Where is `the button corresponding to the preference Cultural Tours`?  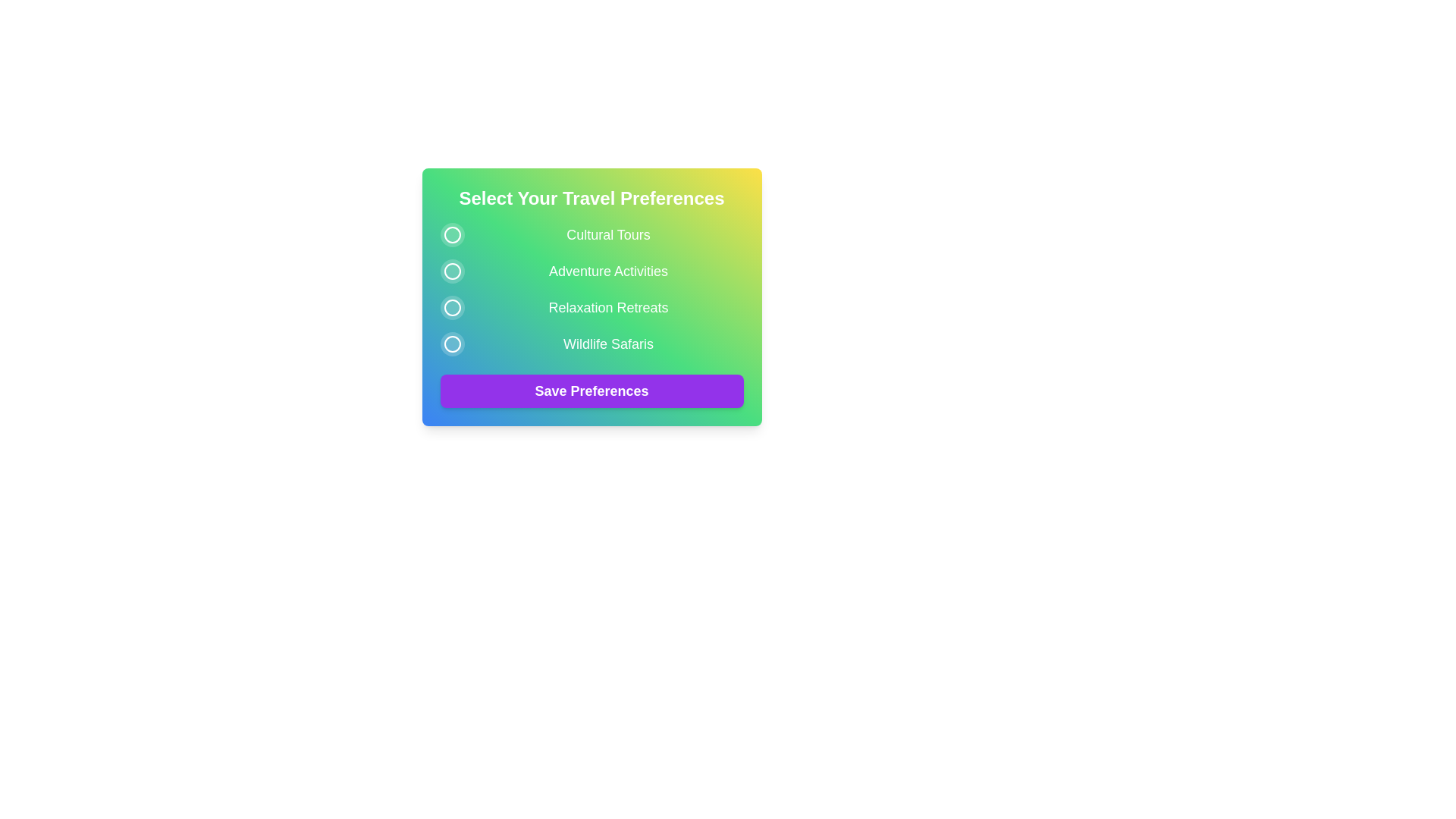 the button corresponding to the preference Cultural Tours is located at coordinates (451, 234).